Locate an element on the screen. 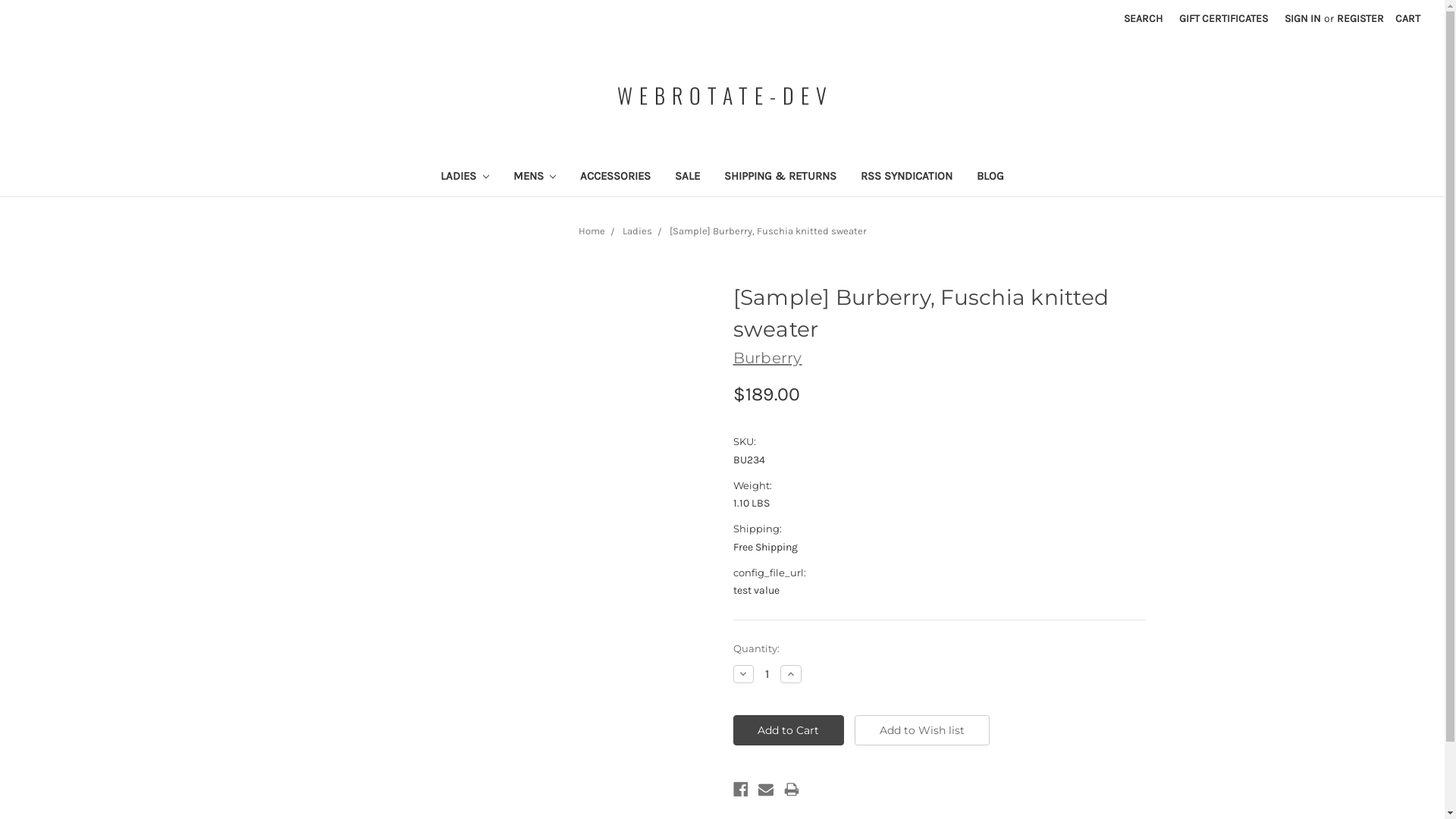 This screenshot has width=1456, height=819. 'SEARCH' is located at coordinates (1143, 18).